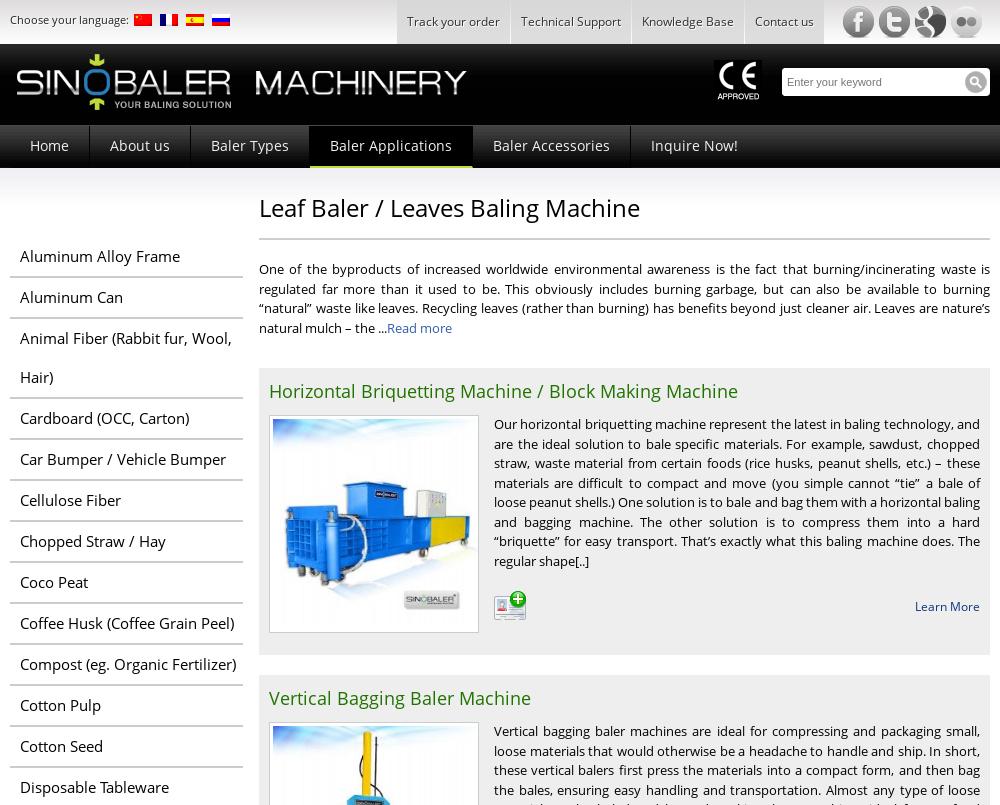 The width and height of the screenshot is (1000, 805). Describe the element at coordinates (92, 539) in the screenshot. I see `'Chopped Straw / Hay'` at that location.